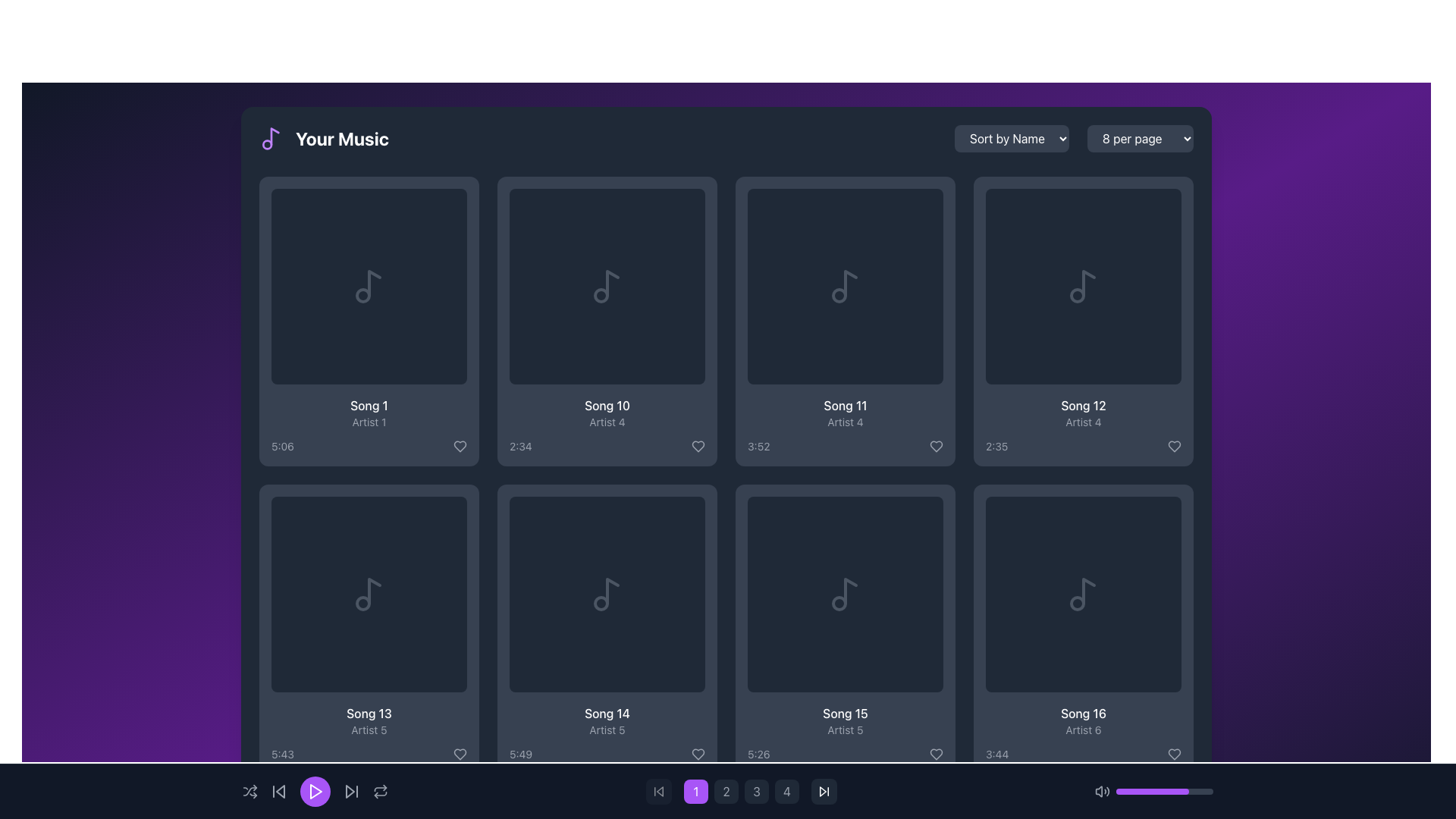  I want to click on the circular button with a purple background and white text displaying '1', so click(695, 791).